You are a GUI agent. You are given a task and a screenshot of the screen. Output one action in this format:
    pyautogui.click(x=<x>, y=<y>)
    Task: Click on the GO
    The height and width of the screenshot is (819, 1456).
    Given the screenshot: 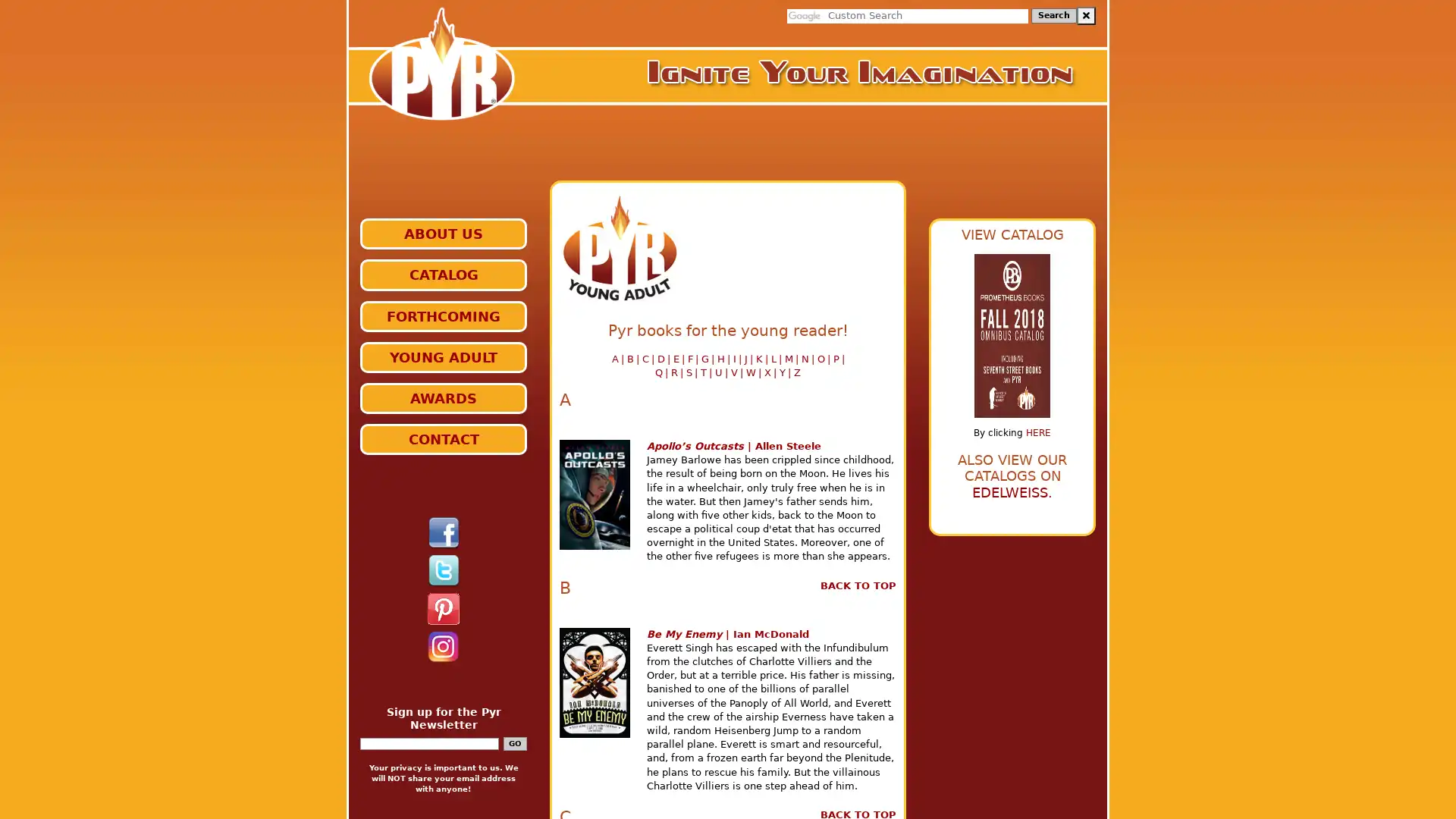 What is the action you would take?
    pyautogui.click(x=514, y=742)
    